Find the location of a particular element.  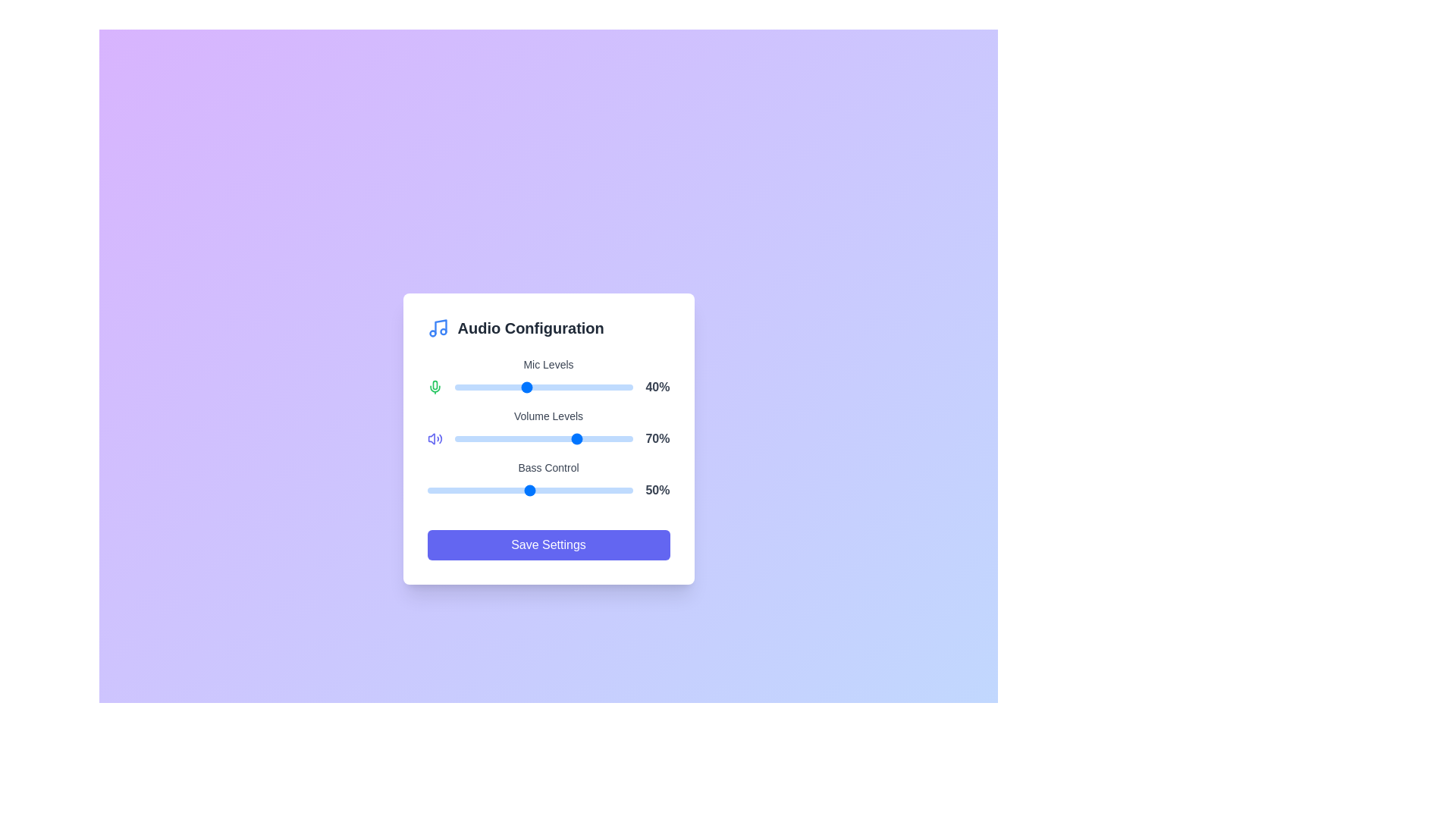

the icon representing Mic to reveal its tooltip is located at coordinates (434, 386).